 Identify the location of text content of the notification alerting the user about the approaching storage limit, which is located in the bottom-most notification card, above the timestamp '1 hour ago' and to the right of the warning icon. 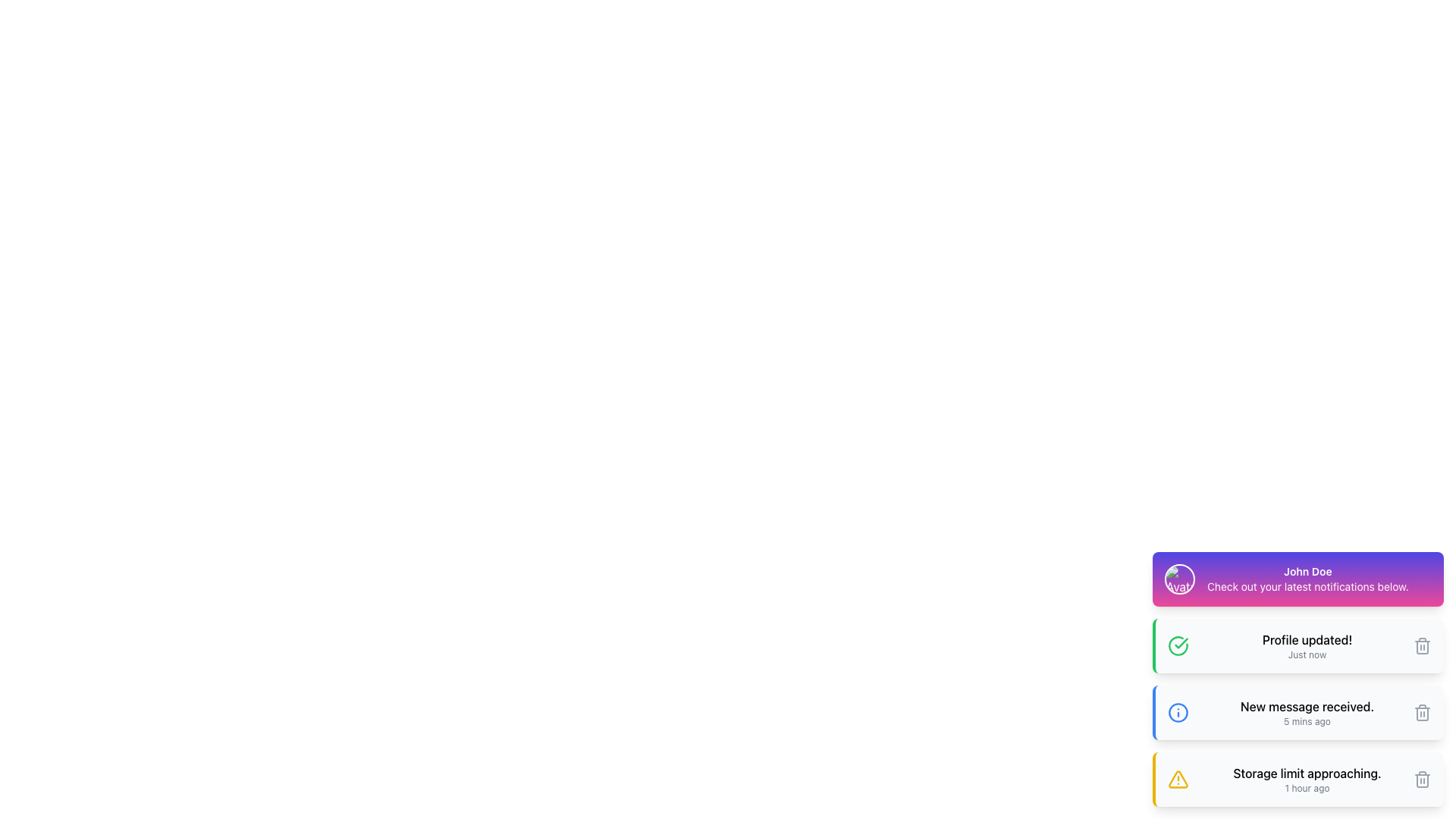
(1306, 773).